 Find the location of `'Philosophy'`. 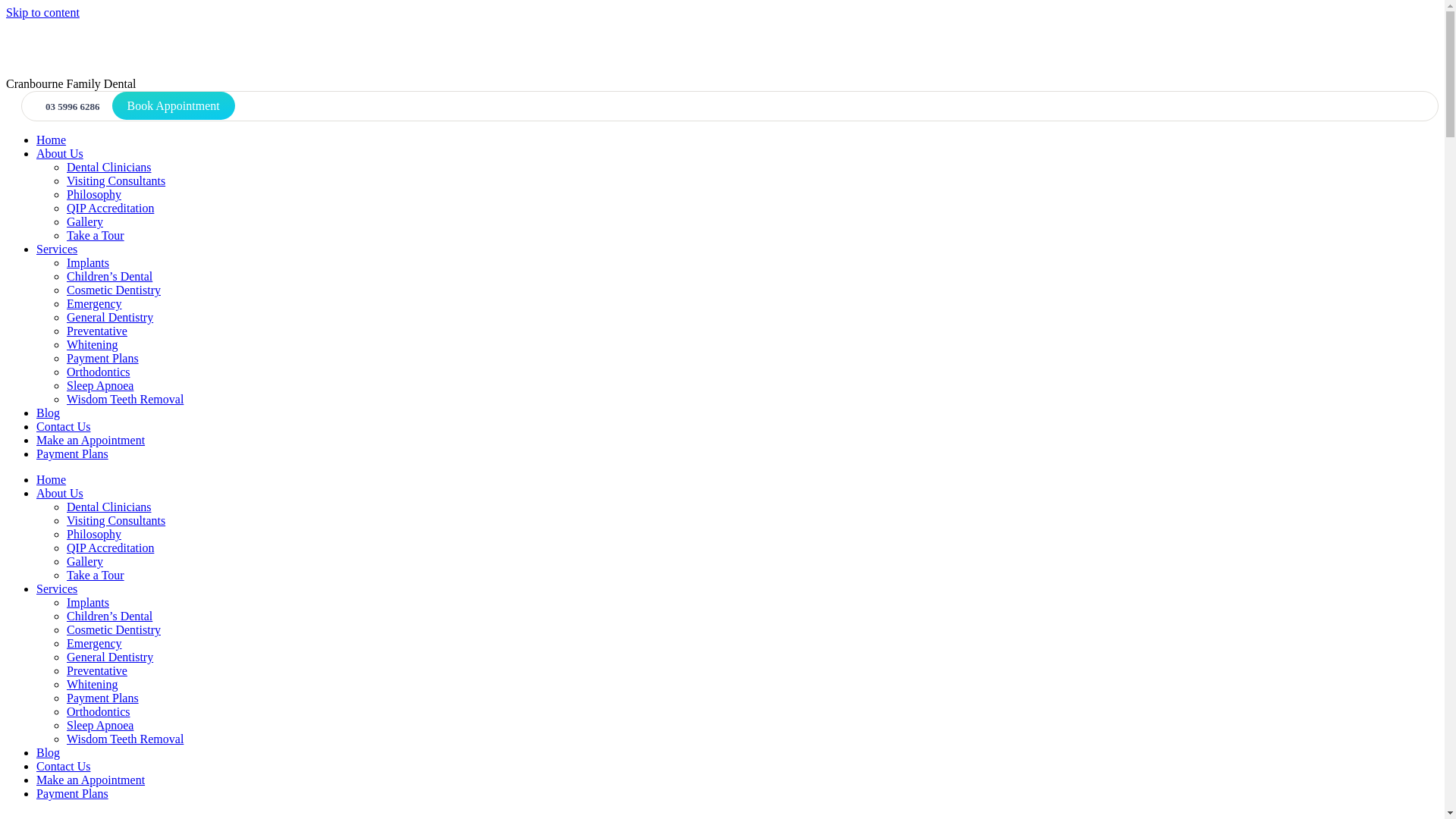

'Philosophy' is located at coordinates (93, 533).